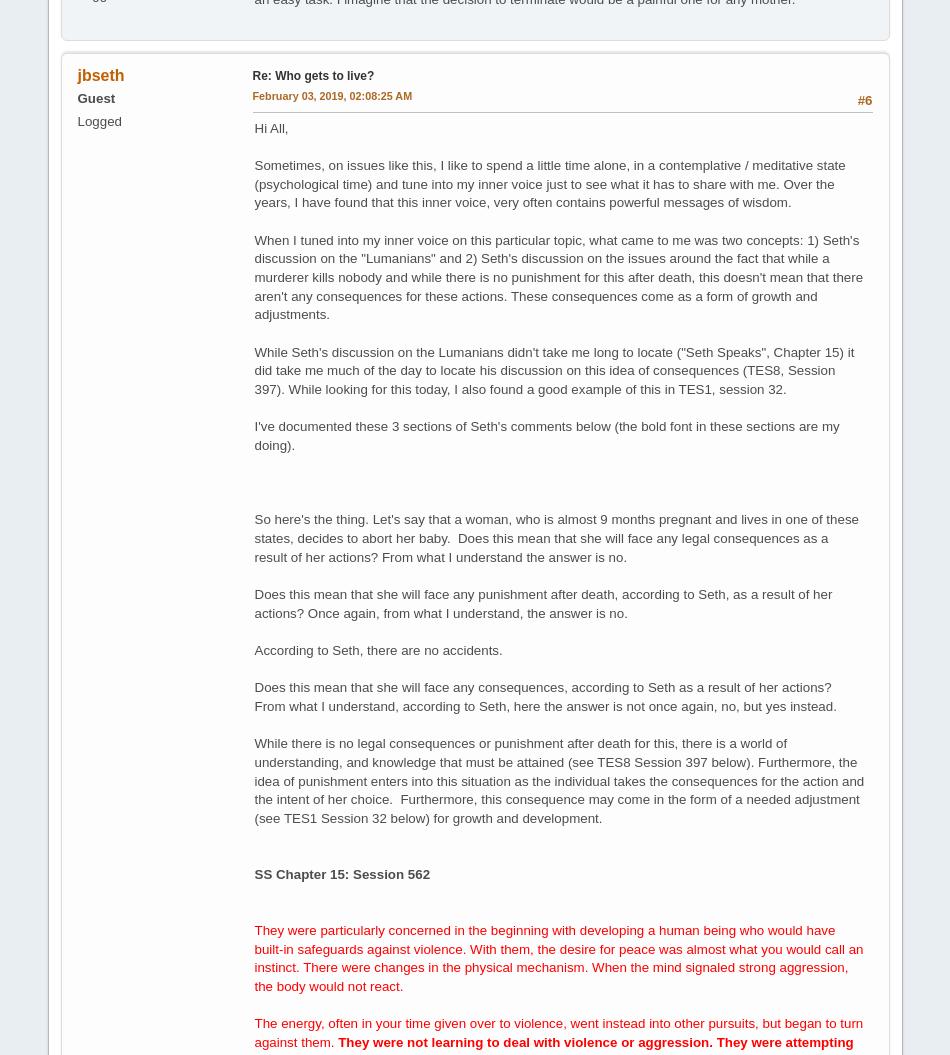  Describe the element at coordinates (546, 434) in the screenshot. I see `'I've documented these 3 sections of Seth's comments below (the bold font in these sections are my doing).'` at that location.